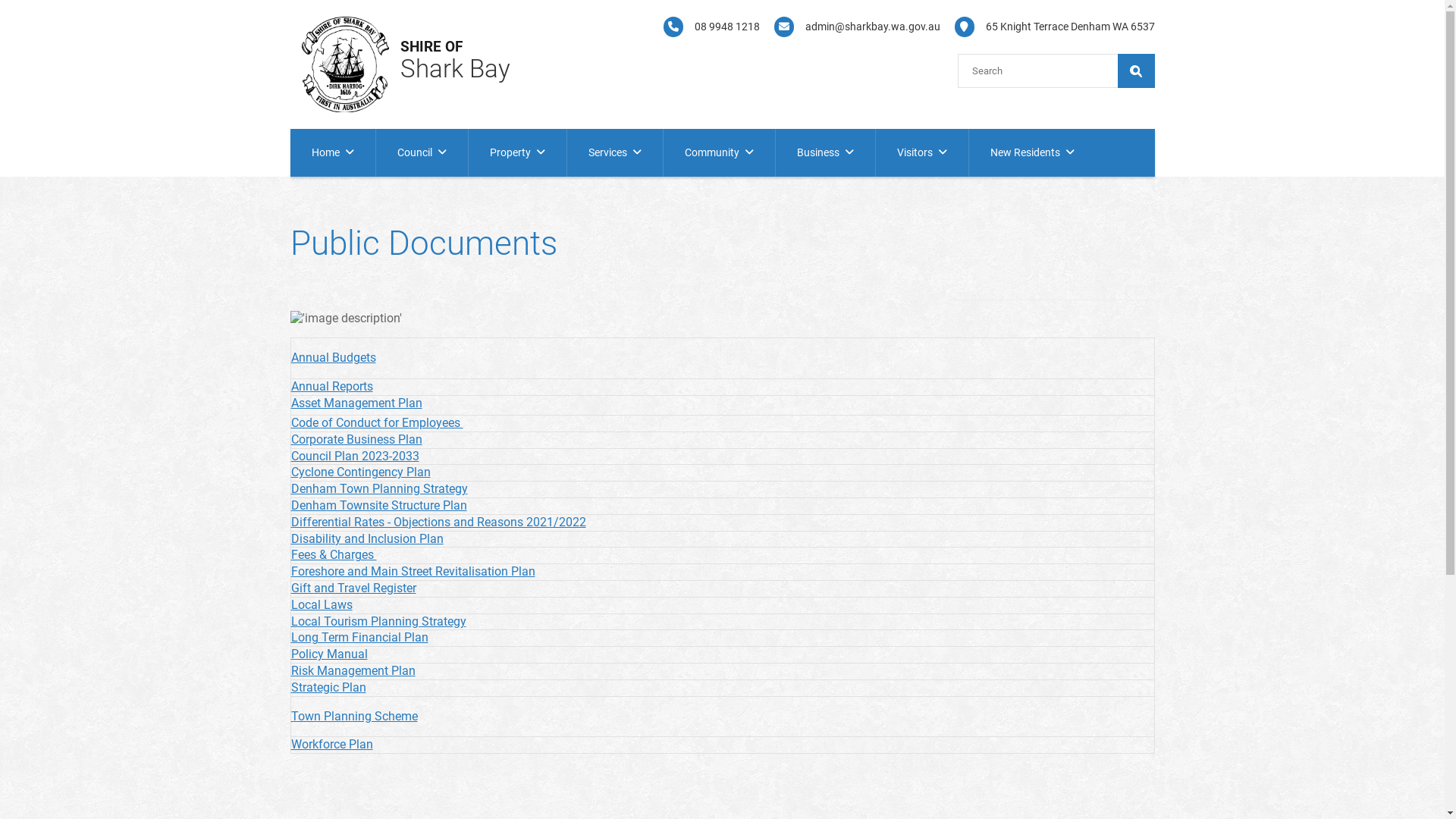 The image size is (1456, 819). I want to click on 'Denham Town Planning Strategy', so click(379, 488).